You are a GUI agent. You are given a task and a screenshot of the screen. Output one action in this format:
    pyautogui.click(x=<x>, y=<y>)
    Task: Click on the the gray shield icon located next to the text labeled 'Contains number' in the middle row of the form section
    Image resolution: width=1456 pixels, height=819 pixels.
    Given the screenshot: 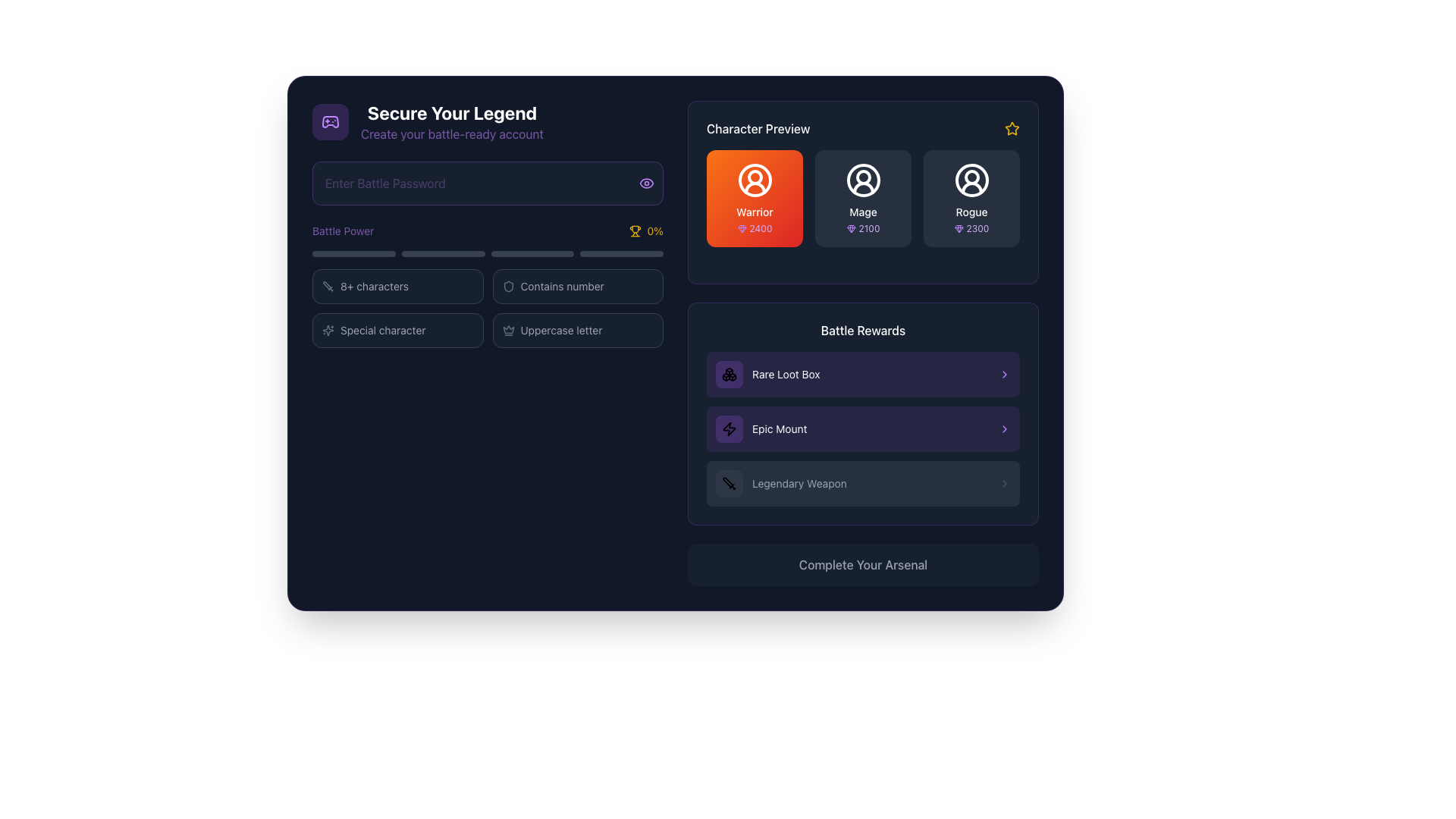 What is the action you would take?
    pyautogui.click(x=508, y=287)
    